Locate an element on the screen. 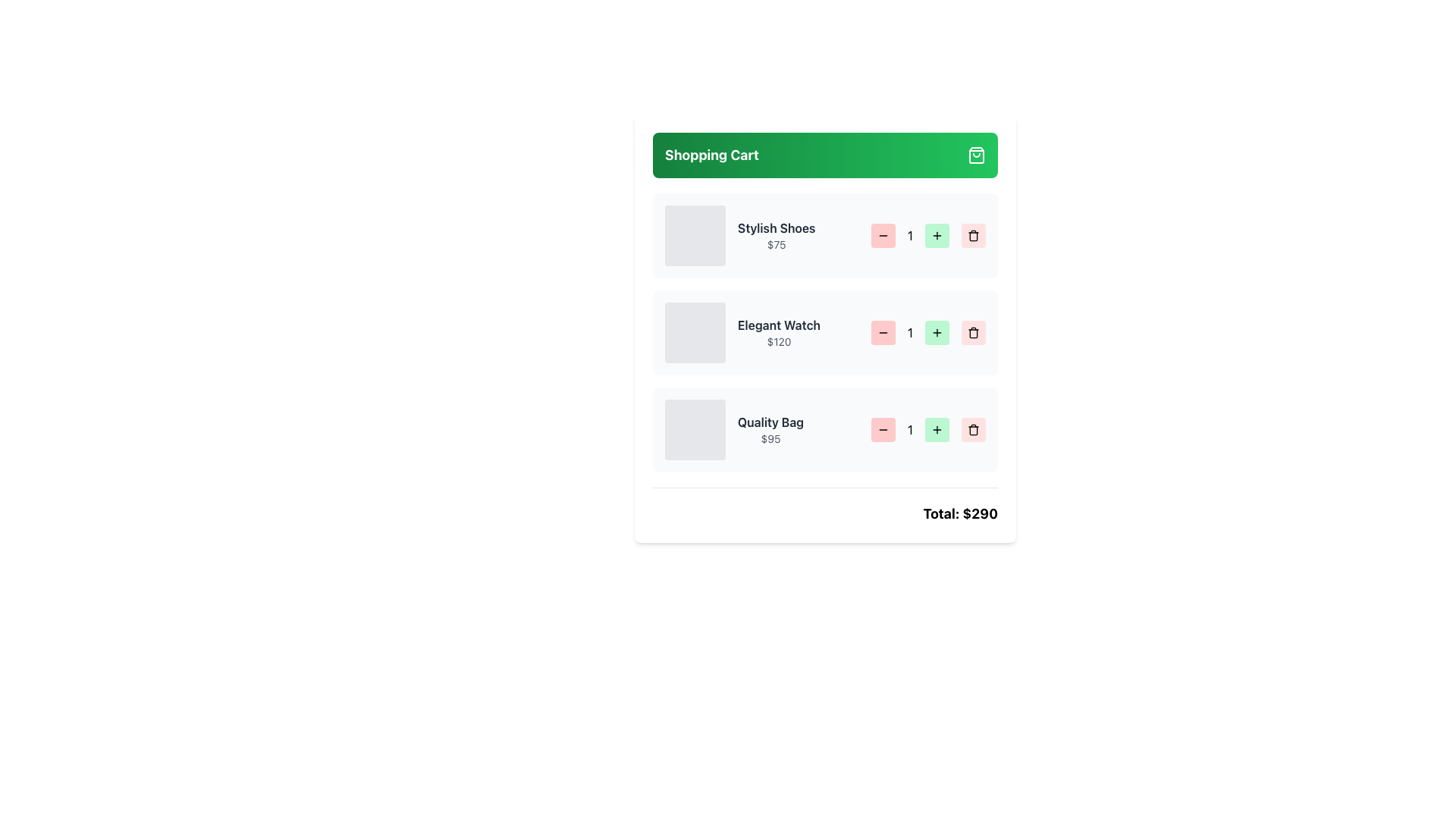  the bold, large text displaying 'Total: $290' located at the bottom right corner of the shopping cart interface is located at coordinates (959, 513).